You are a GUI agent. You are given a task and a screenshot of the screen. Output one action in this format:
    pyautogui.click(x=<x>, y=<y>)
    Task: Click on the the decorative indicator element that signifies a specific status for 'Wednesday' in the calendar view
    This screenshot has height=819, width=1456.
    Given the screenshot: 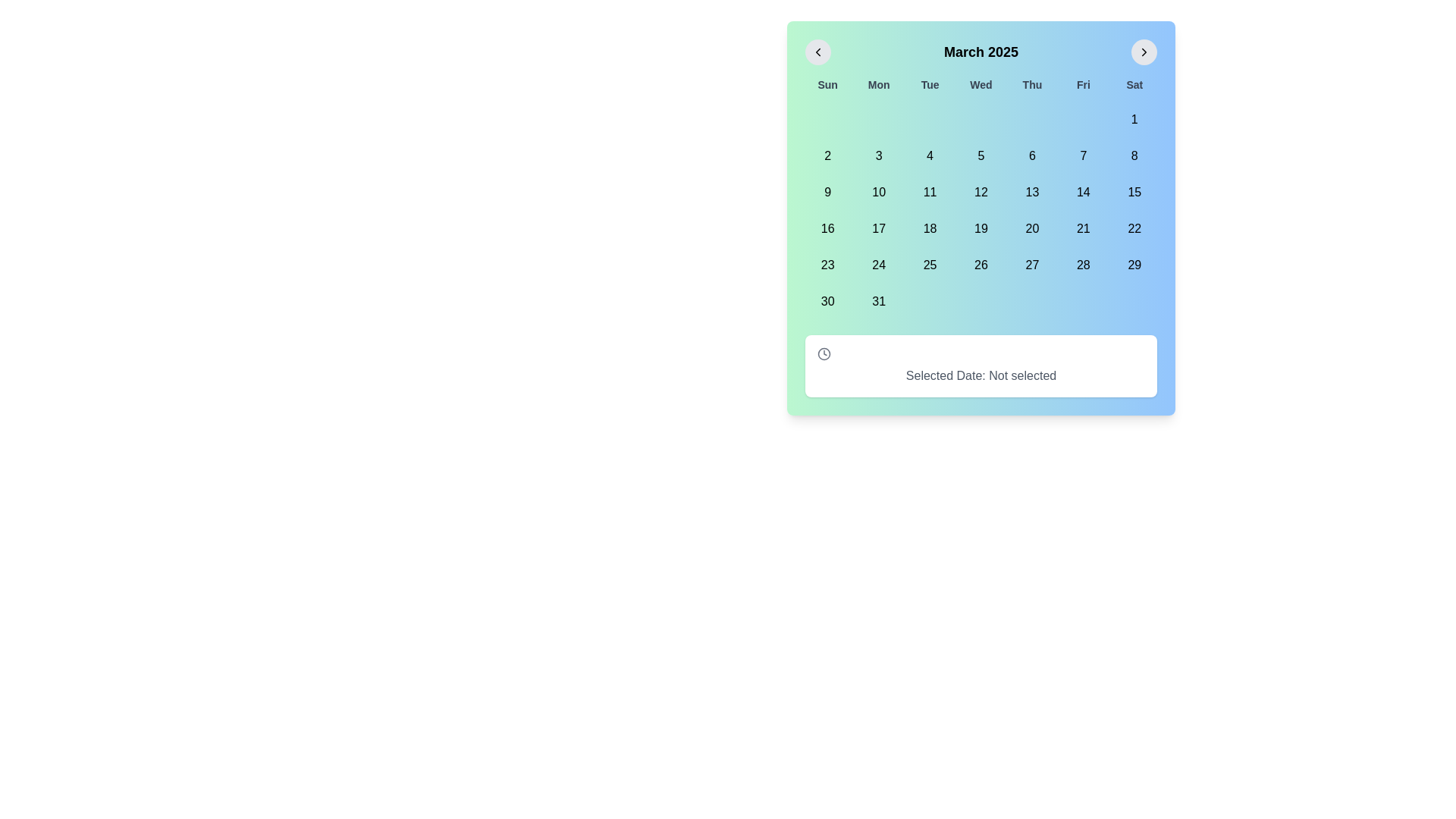 What is the action you would take?
    pyautogui.click(x=981, y=119)
    